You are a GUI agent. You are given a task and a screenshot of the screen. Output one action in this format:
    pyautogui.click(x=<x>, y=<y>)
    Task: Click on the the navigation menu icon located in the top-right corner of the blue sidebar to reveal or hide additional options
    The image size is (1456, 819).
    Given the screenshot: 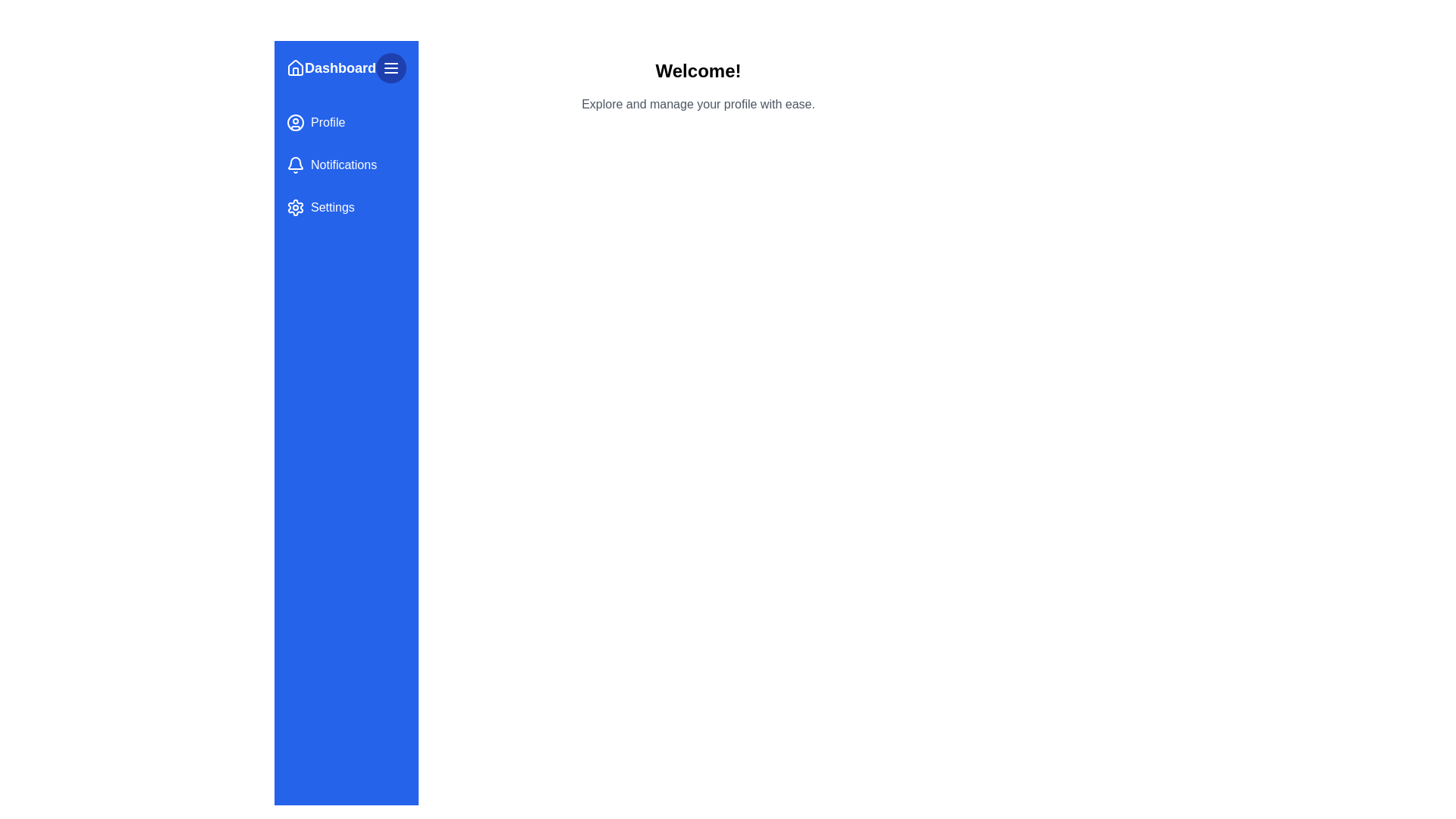 What is the action you would take?
    pyautogui.click(x=391, y=67)
    